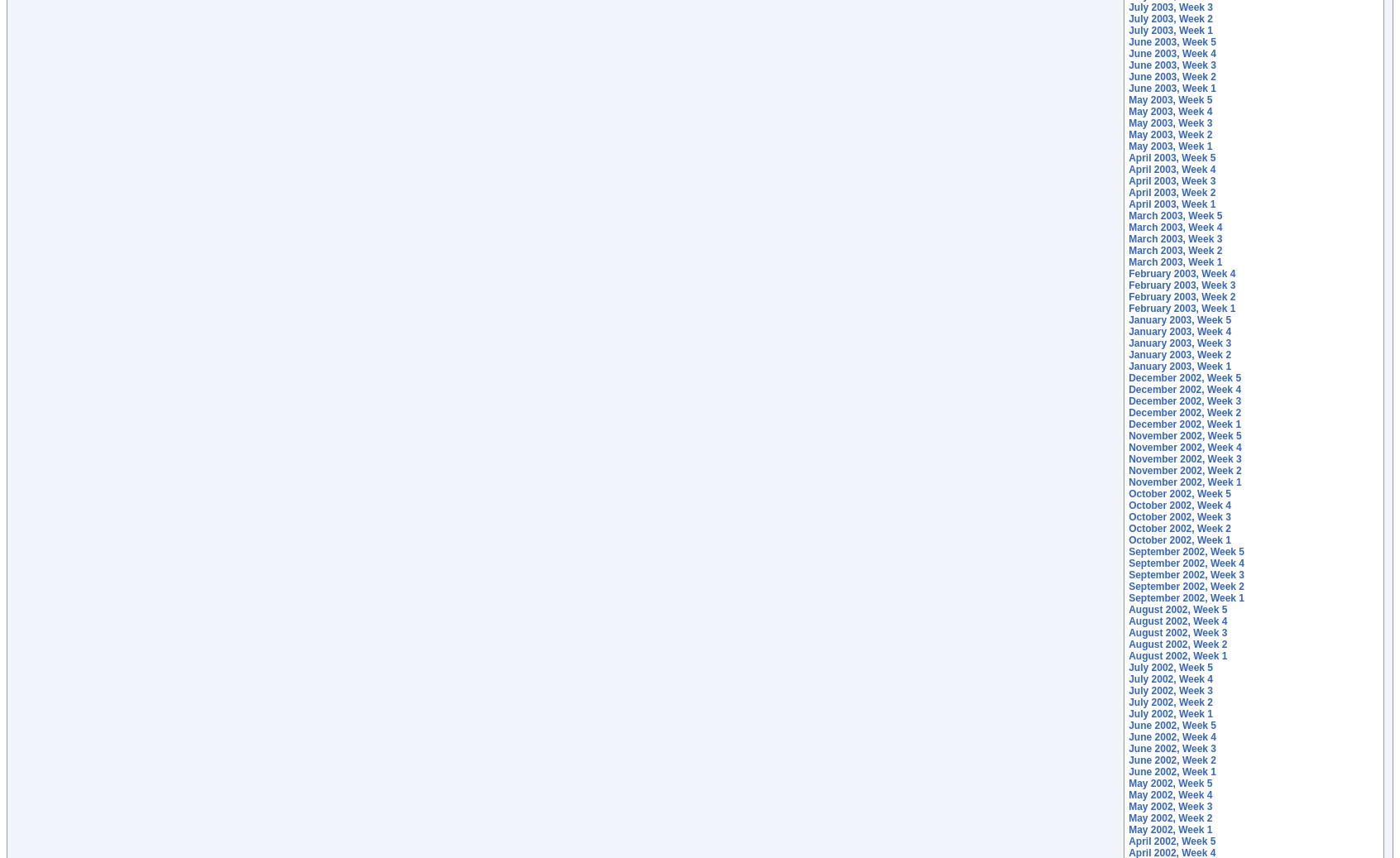  I want to click on 'May 2002, Week 4', so click(1128, 794).